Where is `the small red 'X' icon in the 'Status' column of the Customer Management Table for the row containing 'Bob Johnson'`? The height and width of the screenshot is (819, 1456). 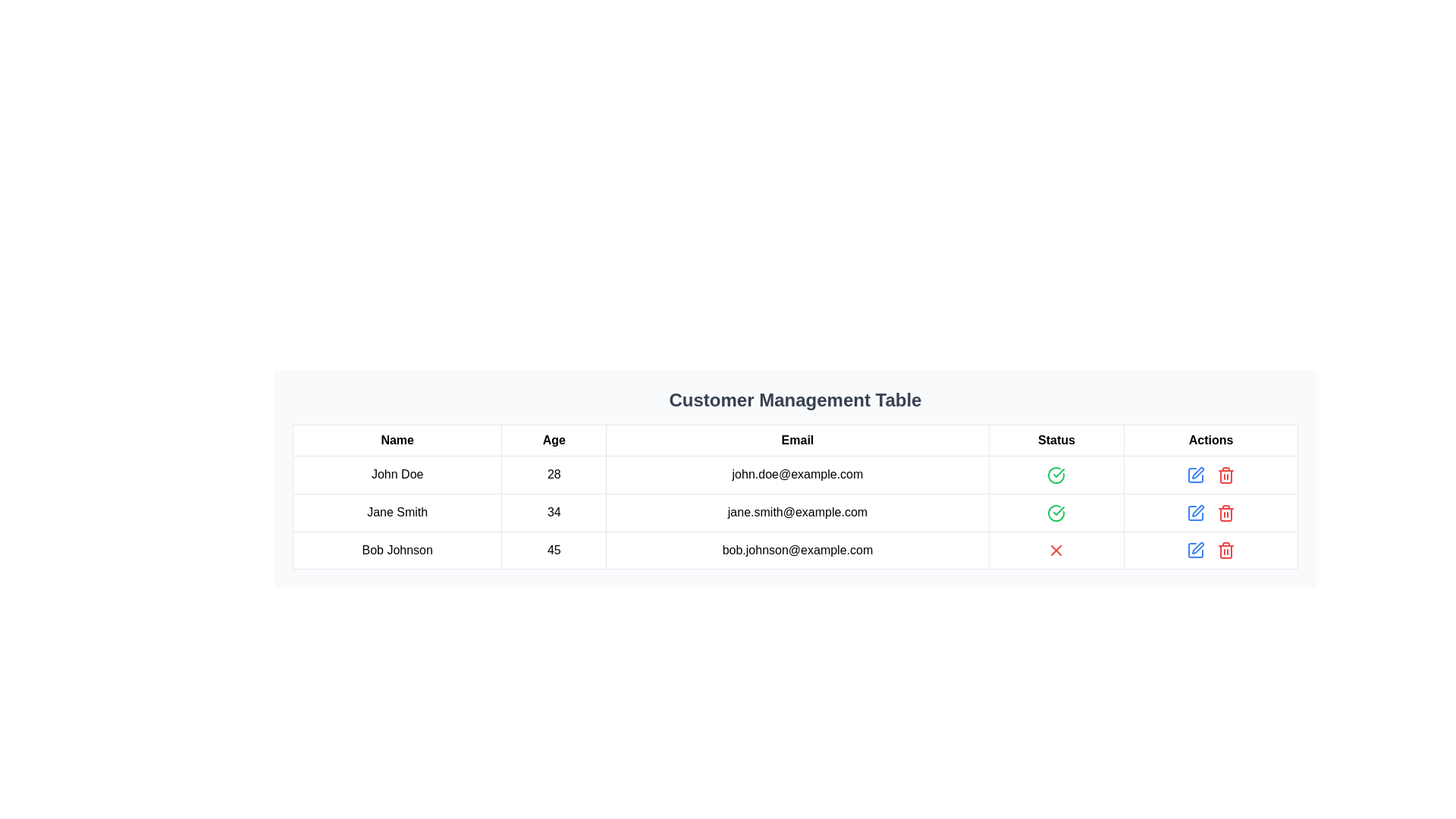 the small red 'X' icon in the 'Status' column of the Customer Management Table for the row containing 'Bob Johnson' is located at coordinates (1056, 550).